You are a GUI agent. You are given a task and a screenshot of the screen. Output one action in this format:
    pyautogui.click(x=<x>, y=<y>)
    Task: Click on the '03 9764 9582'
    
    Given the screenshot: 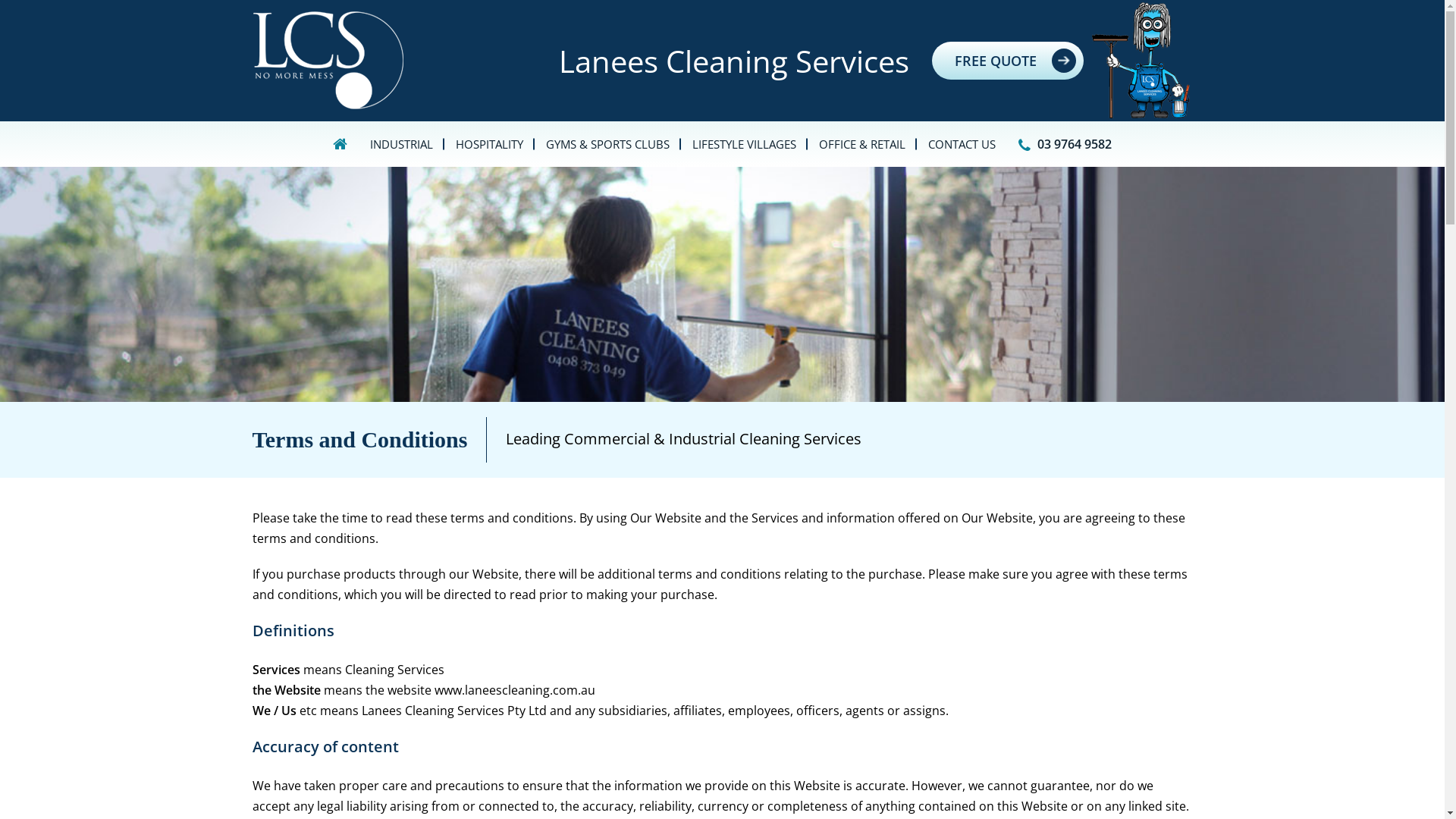 What is the action you would take?
    pyautogui.click(x=1064, y=143)
    